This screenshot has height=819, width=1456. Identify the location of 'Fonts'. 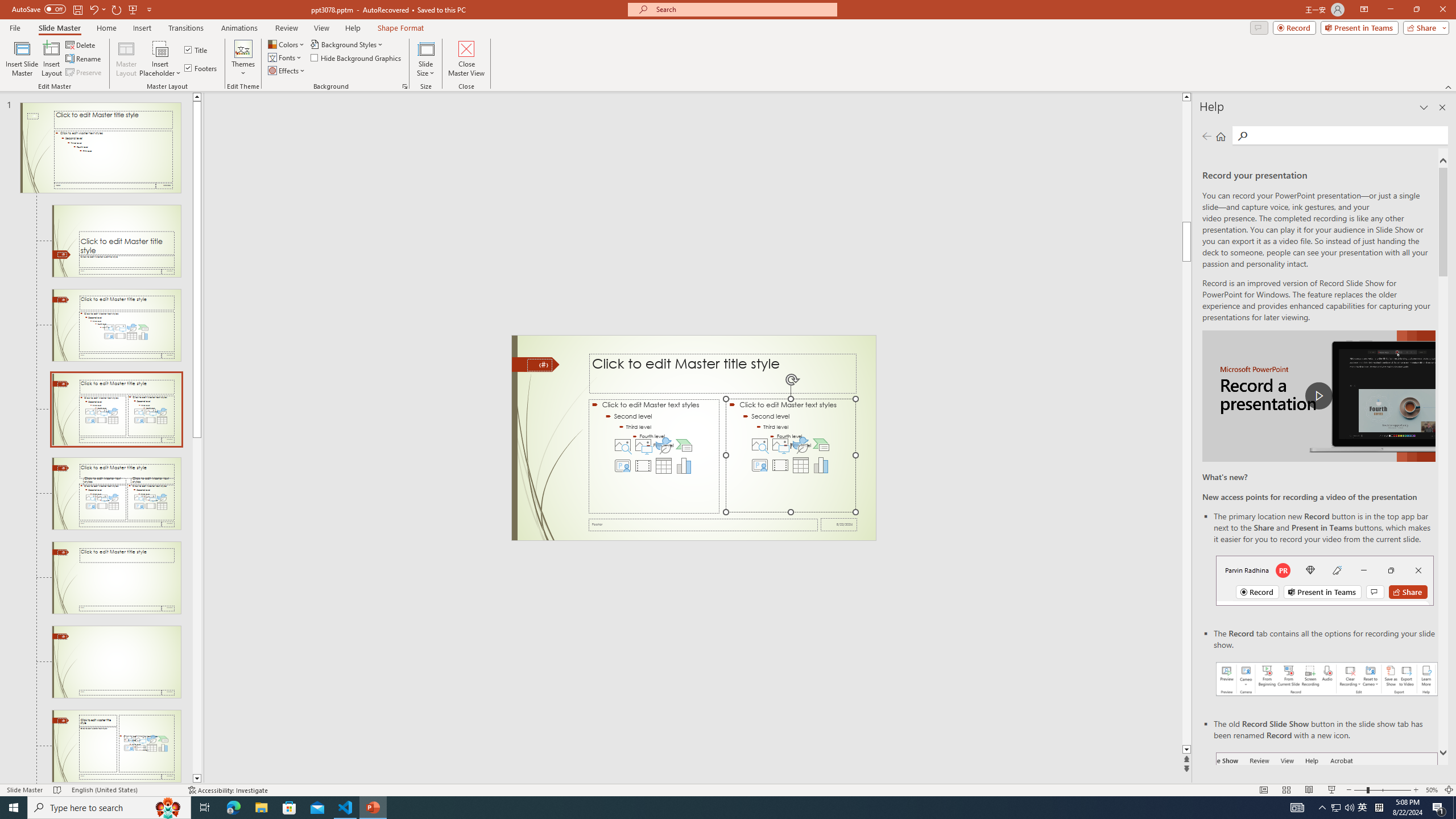
(286, 56).